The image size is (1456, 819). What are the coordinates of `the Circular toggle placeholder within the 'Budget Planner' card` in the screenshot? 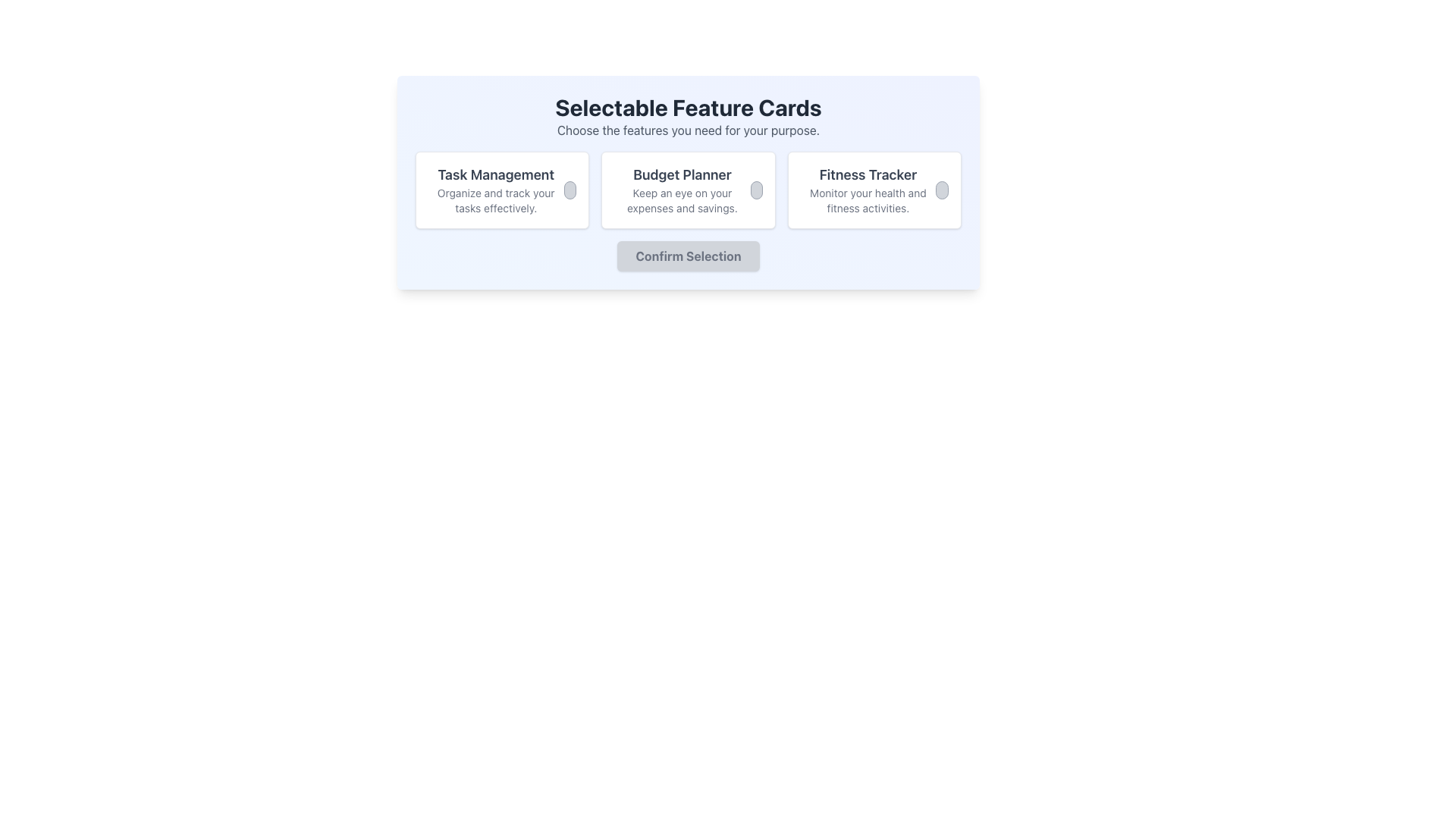 It's located at (756, 189).